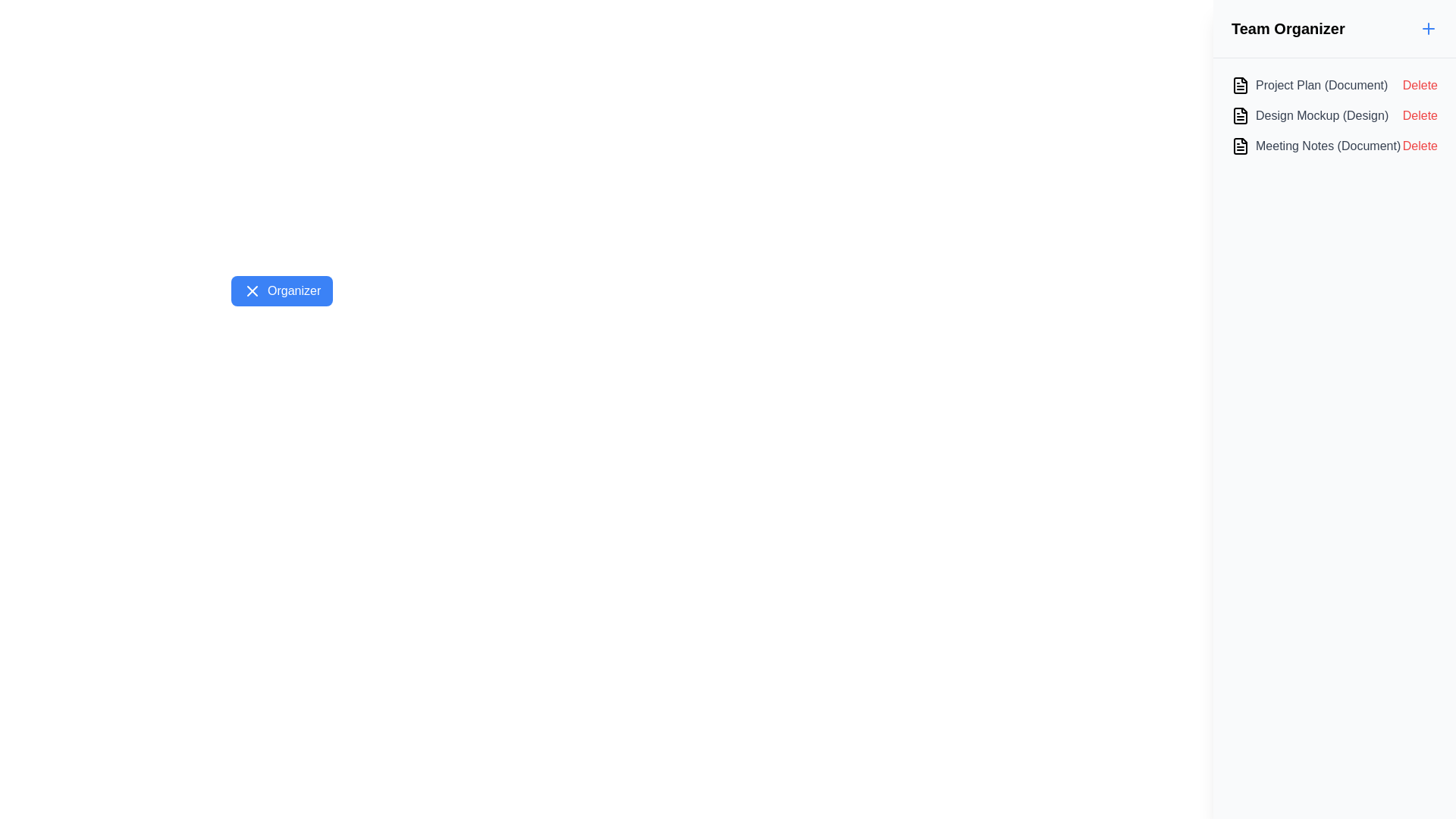 The width and height of the screenshot is (1456, 819). What do you see at coordinates (1419, 146) in the screenshot?
I see `the delete button associated with 'Meeting Notes (Document)' located under the 'Team Organizer' section, positioned to the right of the text` at bounding box center [1419, 146].